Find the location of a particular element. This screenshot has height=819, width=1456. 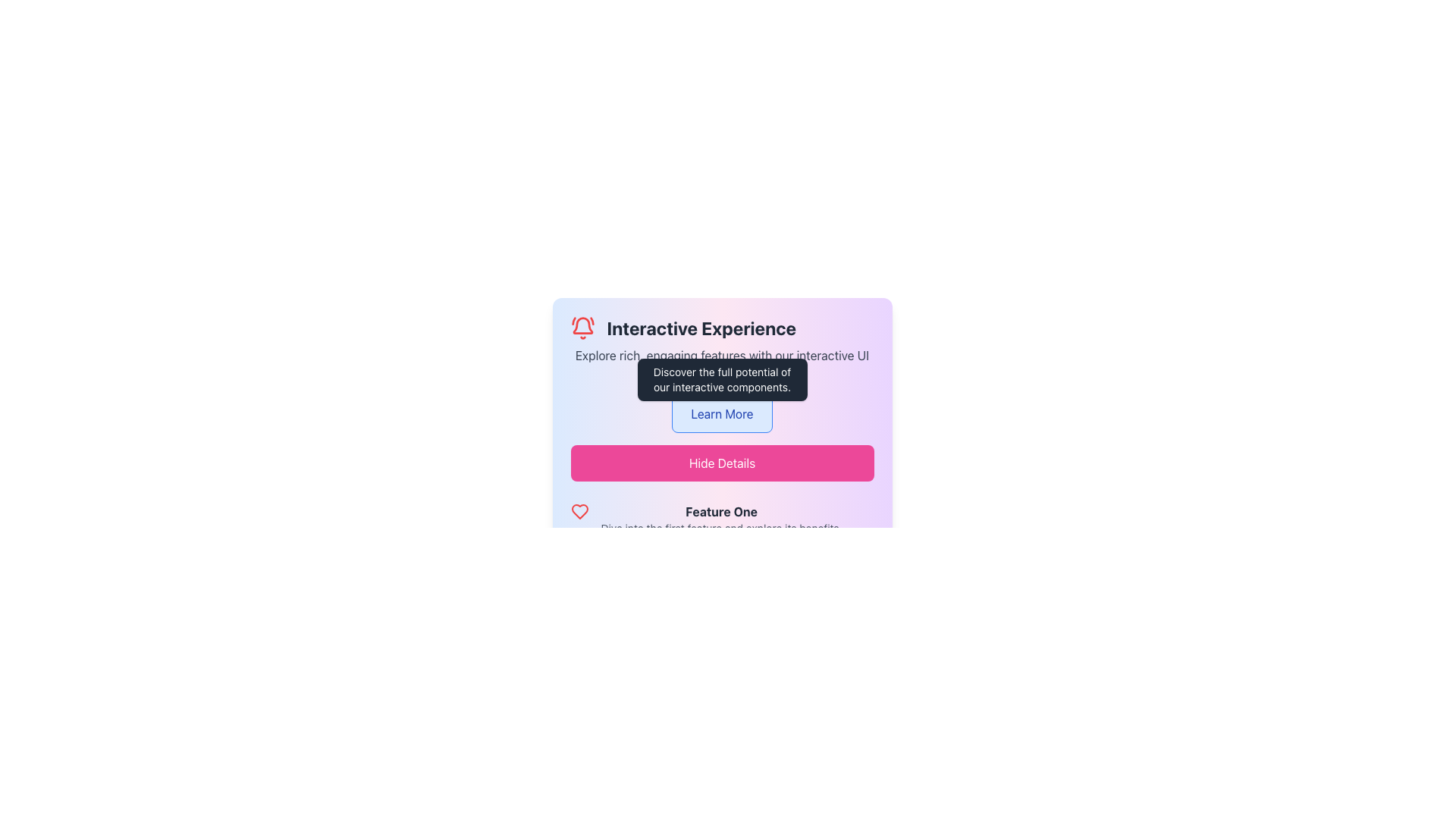

the text element reading 'Dive into the first feature and explore its benefits.' which is located below the title 'Feature One' in the section titled 'Feature One' is located at coordinates (720, 528).